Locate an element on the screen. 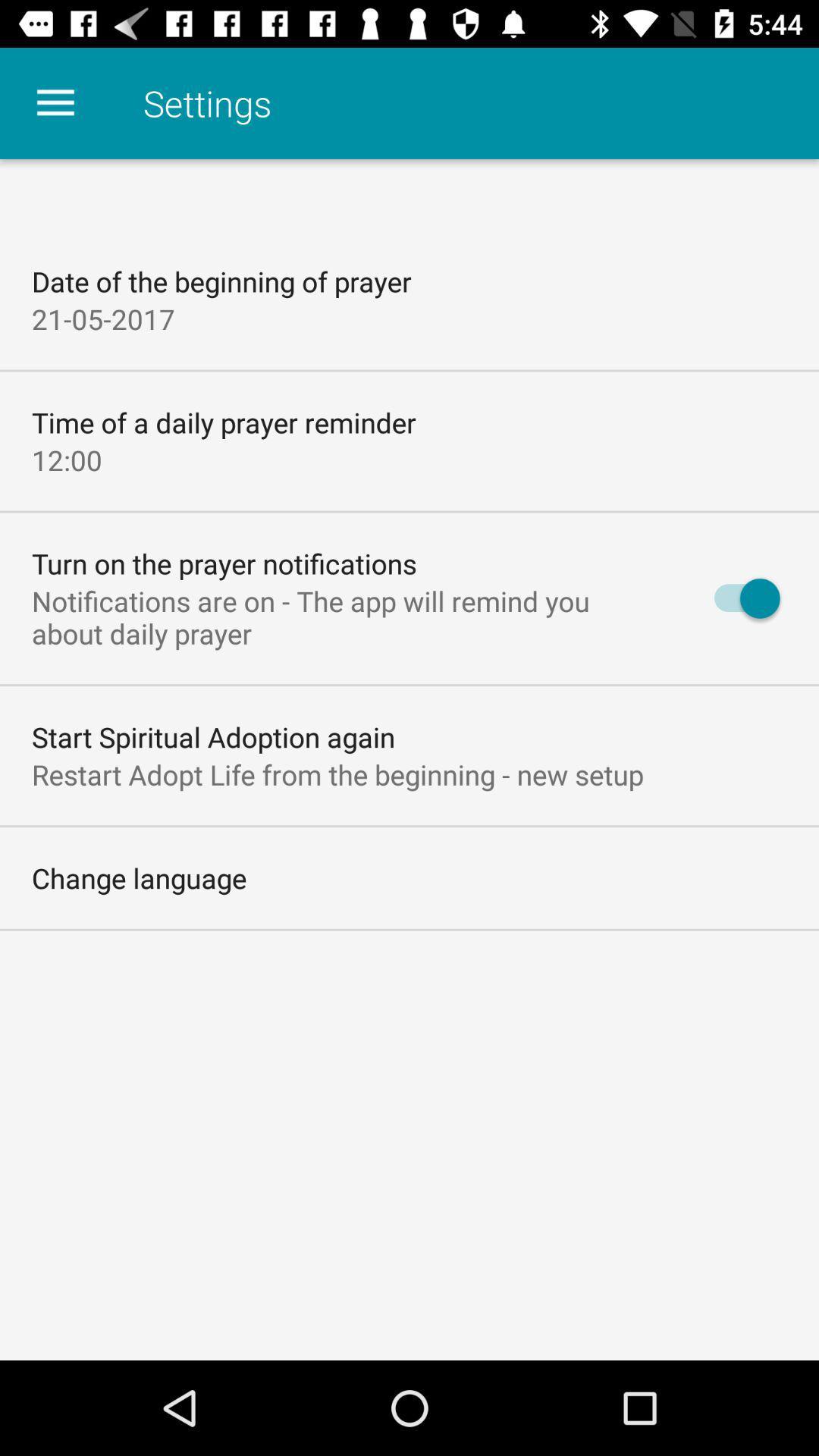 The image size is (819, 1456). icon to the right of notifications are on icon is located at coordinates (739, 598).